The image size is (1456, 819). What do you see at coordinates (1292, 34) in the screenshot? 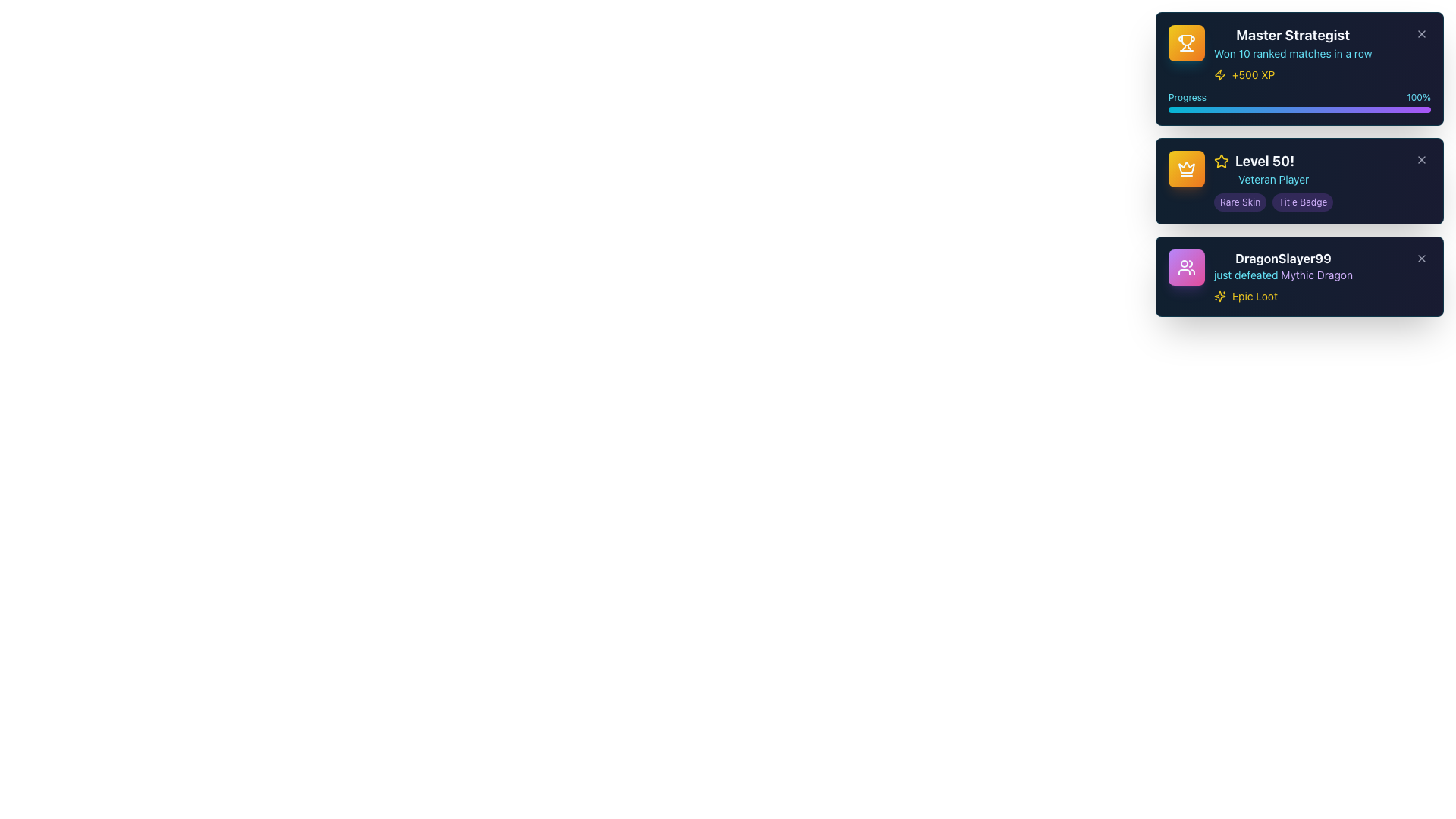
I see `the static text label element styled as a heading, which serves as the title for an achievement card positioned at the top-left corner of the card` at bounding box center [1292, 34].